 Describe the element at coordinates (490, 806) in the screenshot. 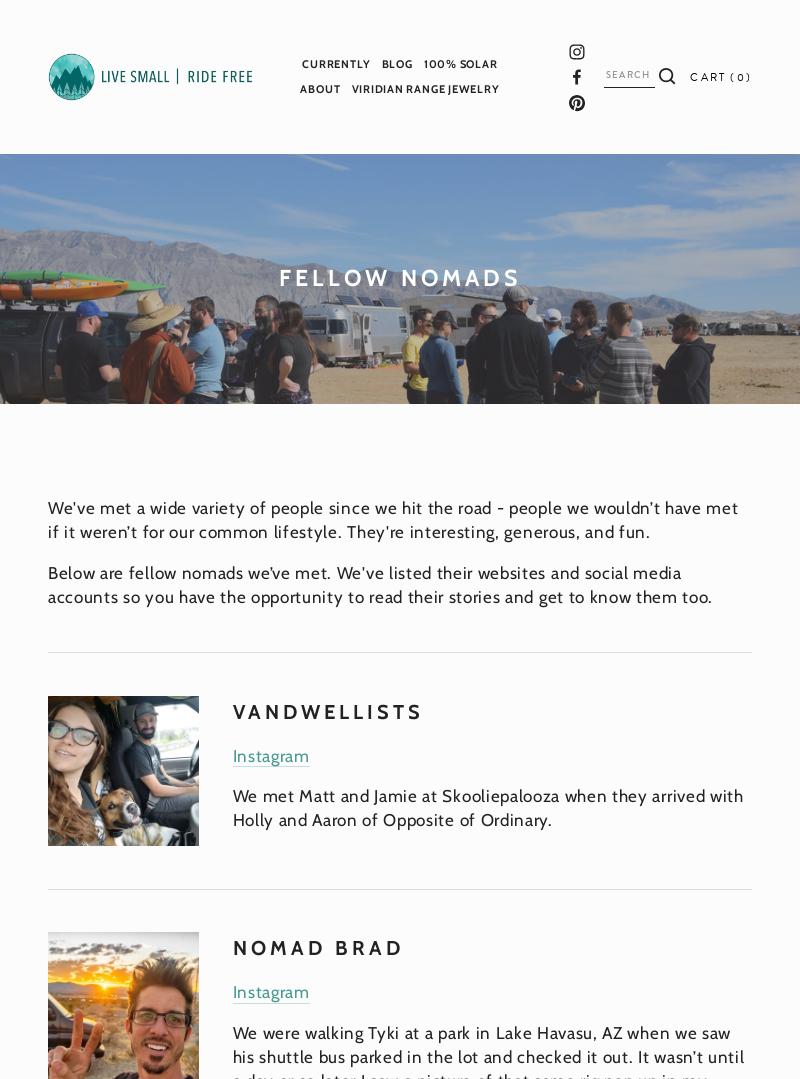

I see `'We met Matt and Jamie at Skooliepalooza when they arrived with Holly and Aaron of Opposite of Ordinary.'` at that location.